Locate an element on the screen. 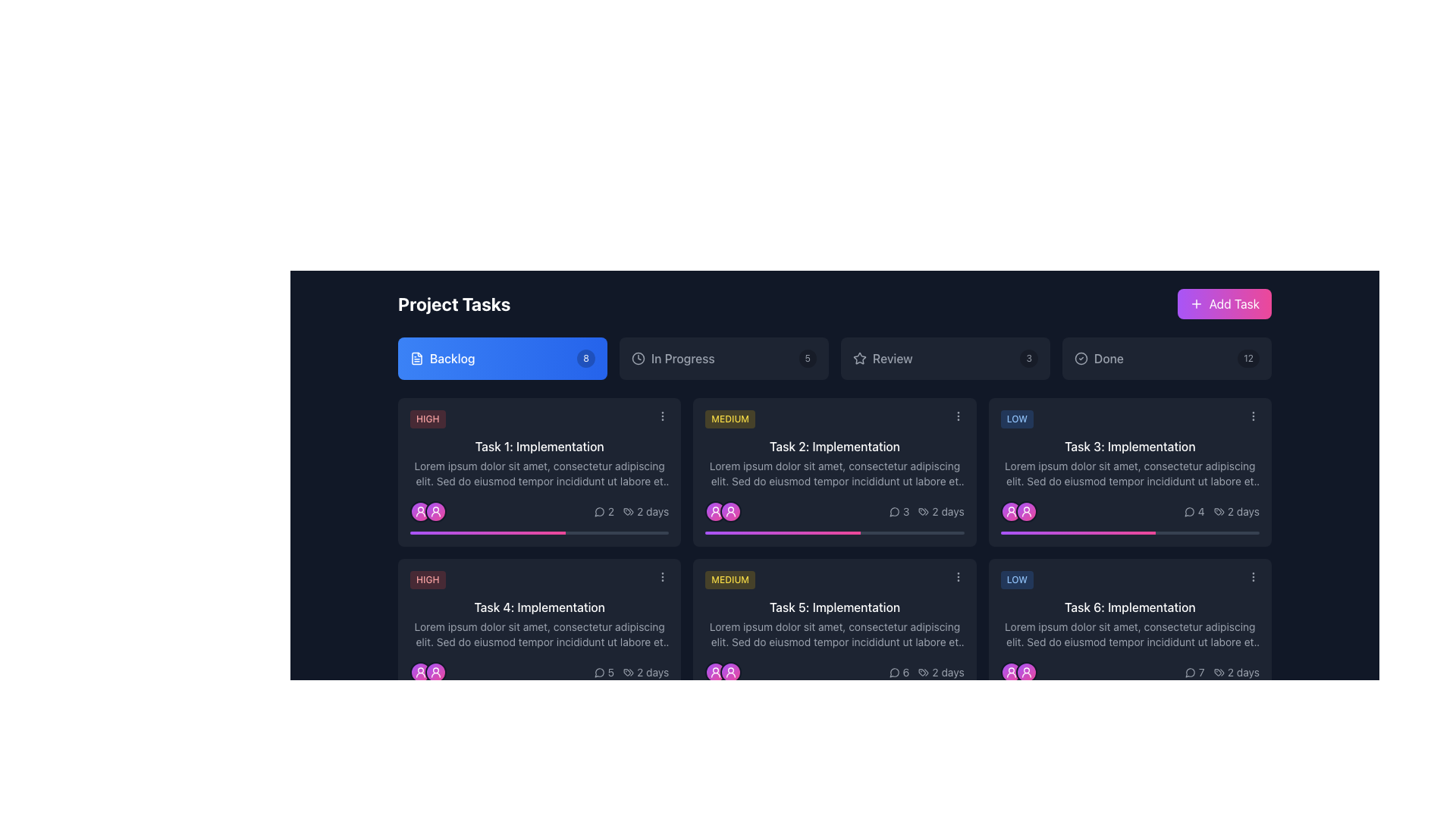 The image size is (1456, 819). the progress bar located at the bottom of the 'Task 2: Implementation' task card, which features a gray background with a purple to pink gradient fill is located at coordinates (833, 532).